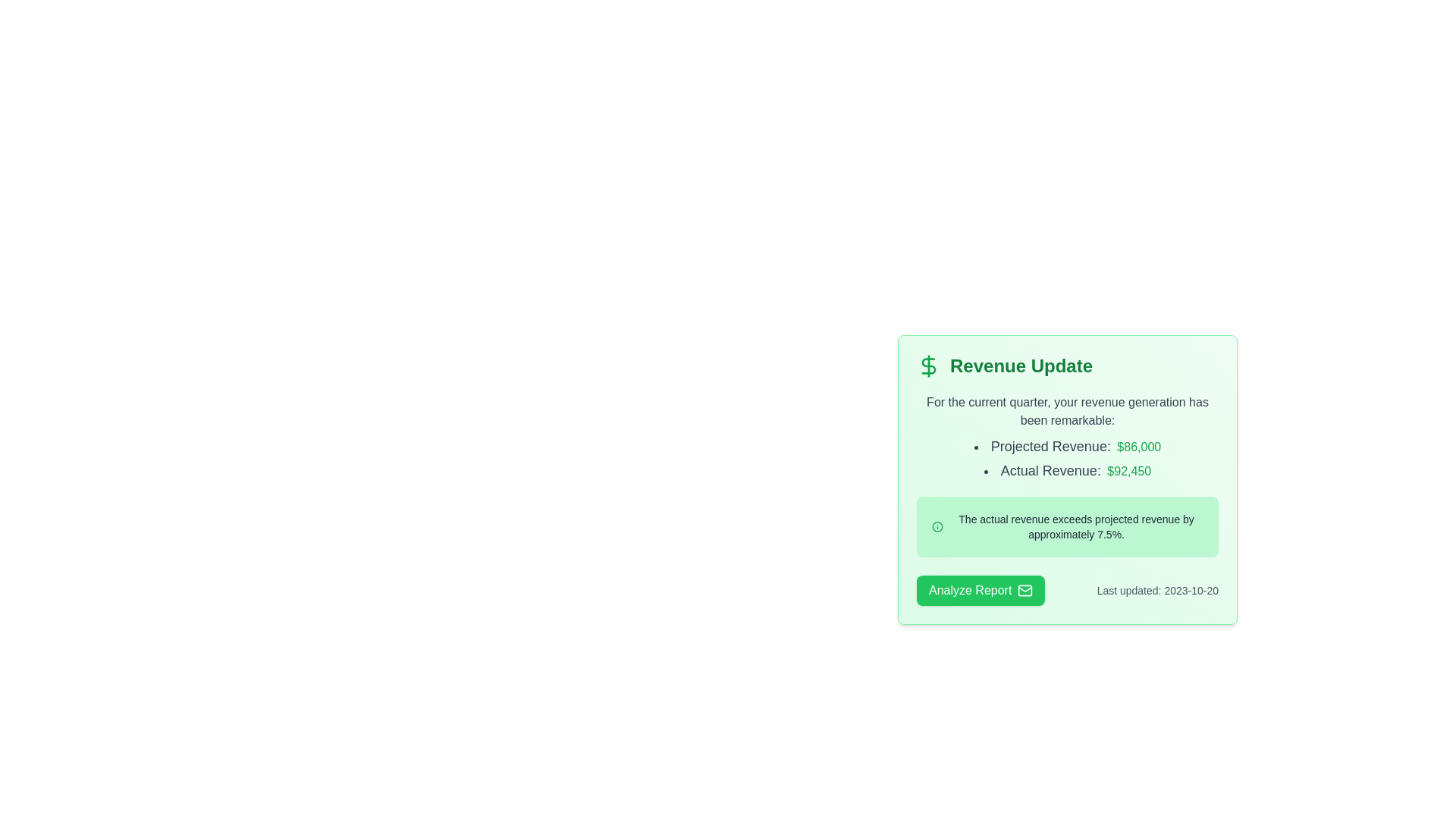  Describe the element at coordinates (1075, 526) in the screenshot. I see `text that states 'The actual revenue exceeds projected revenue by approximately 7.5%.' which is styled in smaller gray text next to a green information icon in a green box` at that location.